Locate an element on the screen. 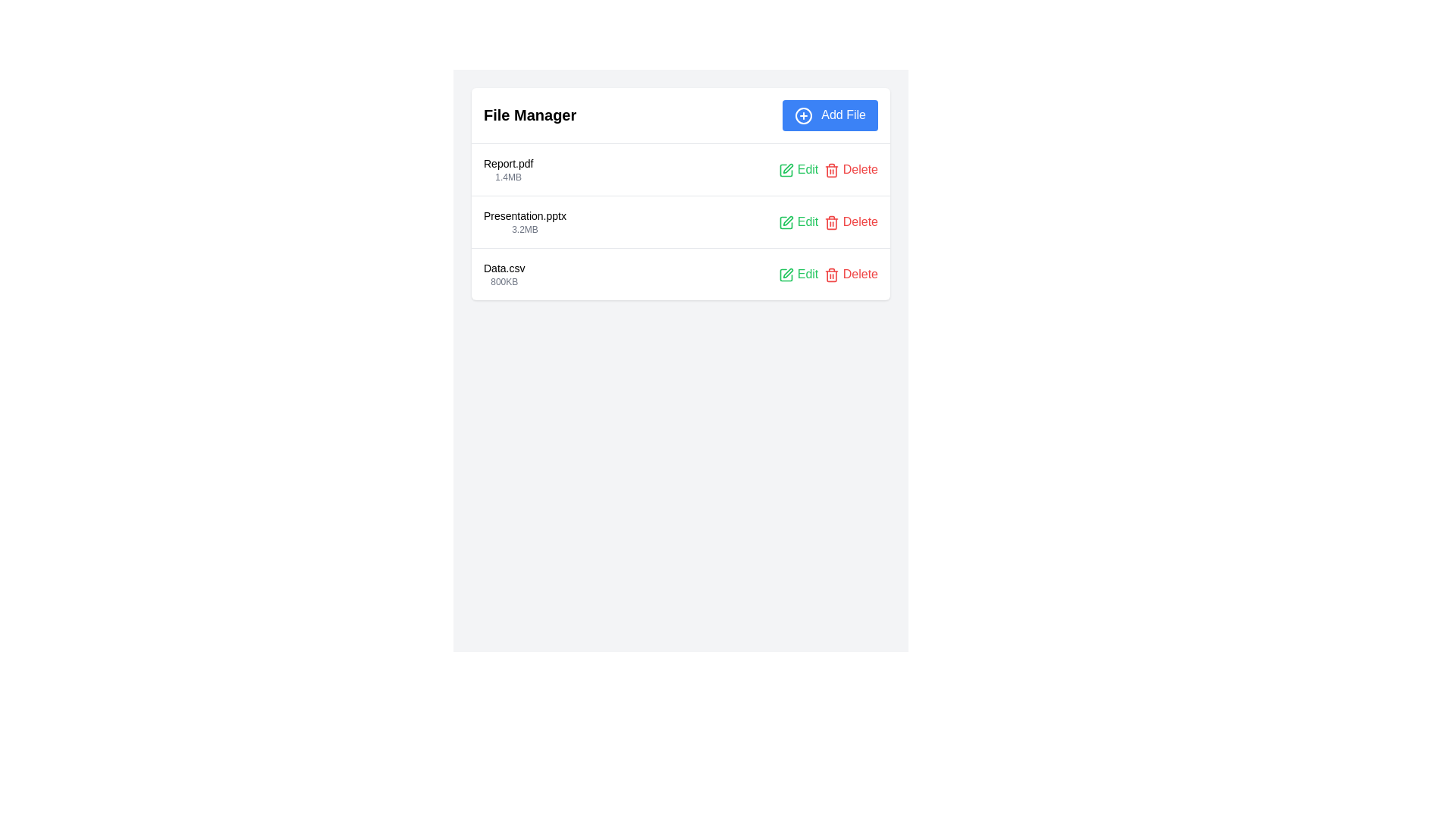  the outlined rectangular 'Edit' button with a pen symbol in green color, located to the left of the red 'Delete' button in the row labeled 'Report.pdf 1.4MB' is located at coordinates (786, 170).